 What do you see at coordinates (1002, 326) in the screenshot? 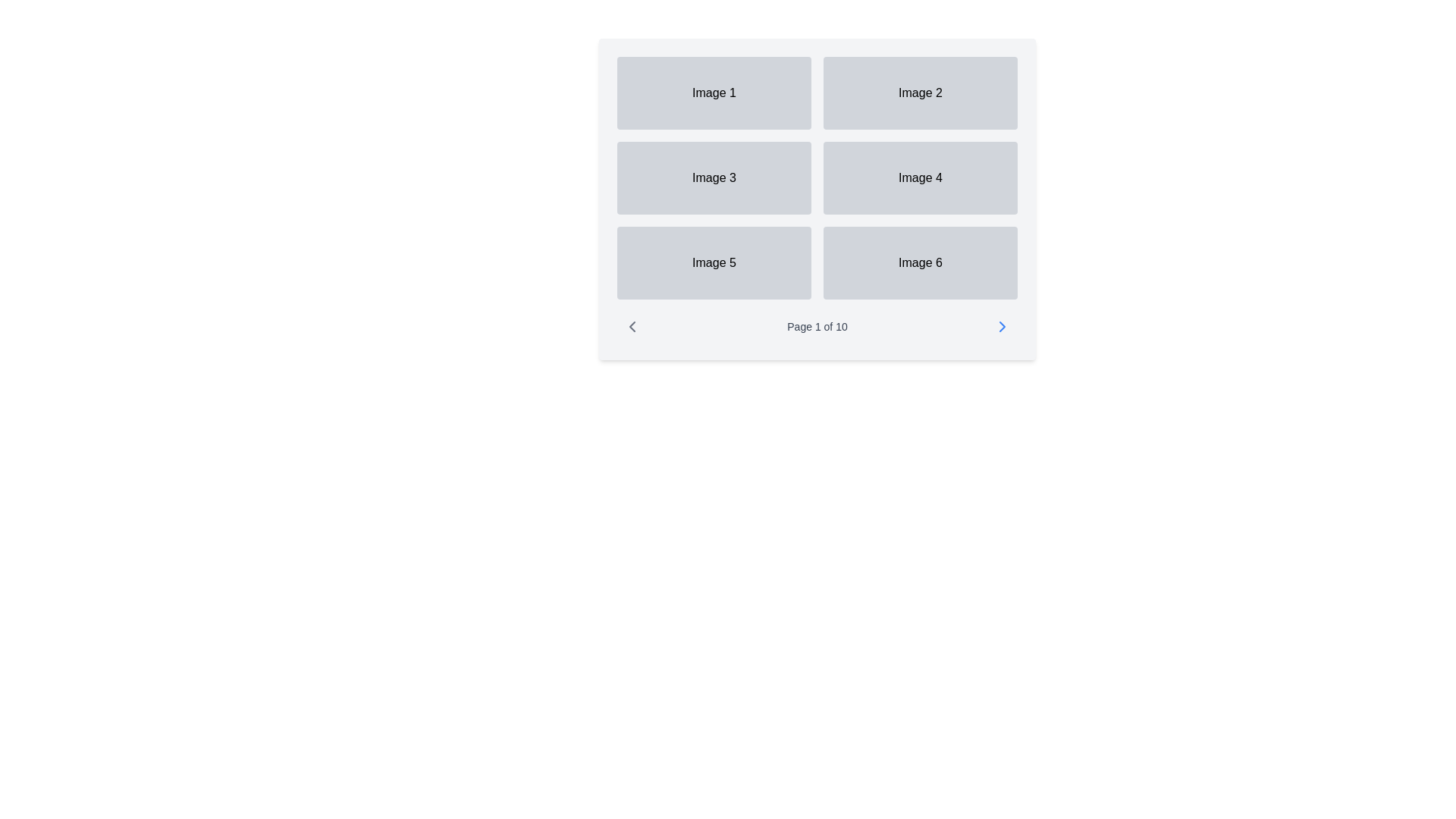
I see `the navigation button located in the bottom-right corner of the interface to move to the next page` at bounding box center [1002, 326].